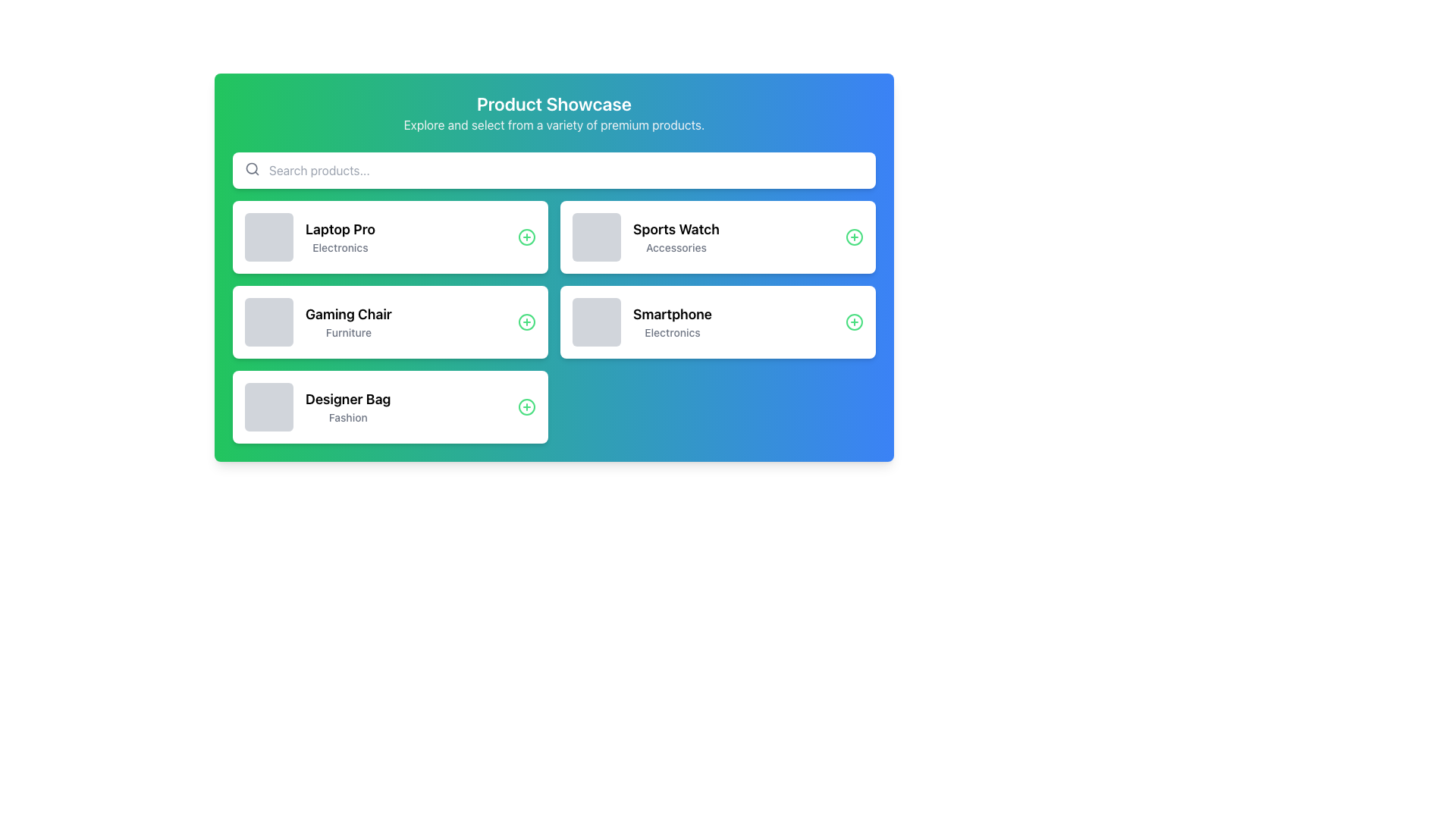 The width and height of the screenshot is (1456, 819). Describe the element at coordinates (252, 168) in the screenshot. I see `the inner circular part of the search icon, which visually represents the search function, located to the left of the search input field in the top section of a content card` at that location.